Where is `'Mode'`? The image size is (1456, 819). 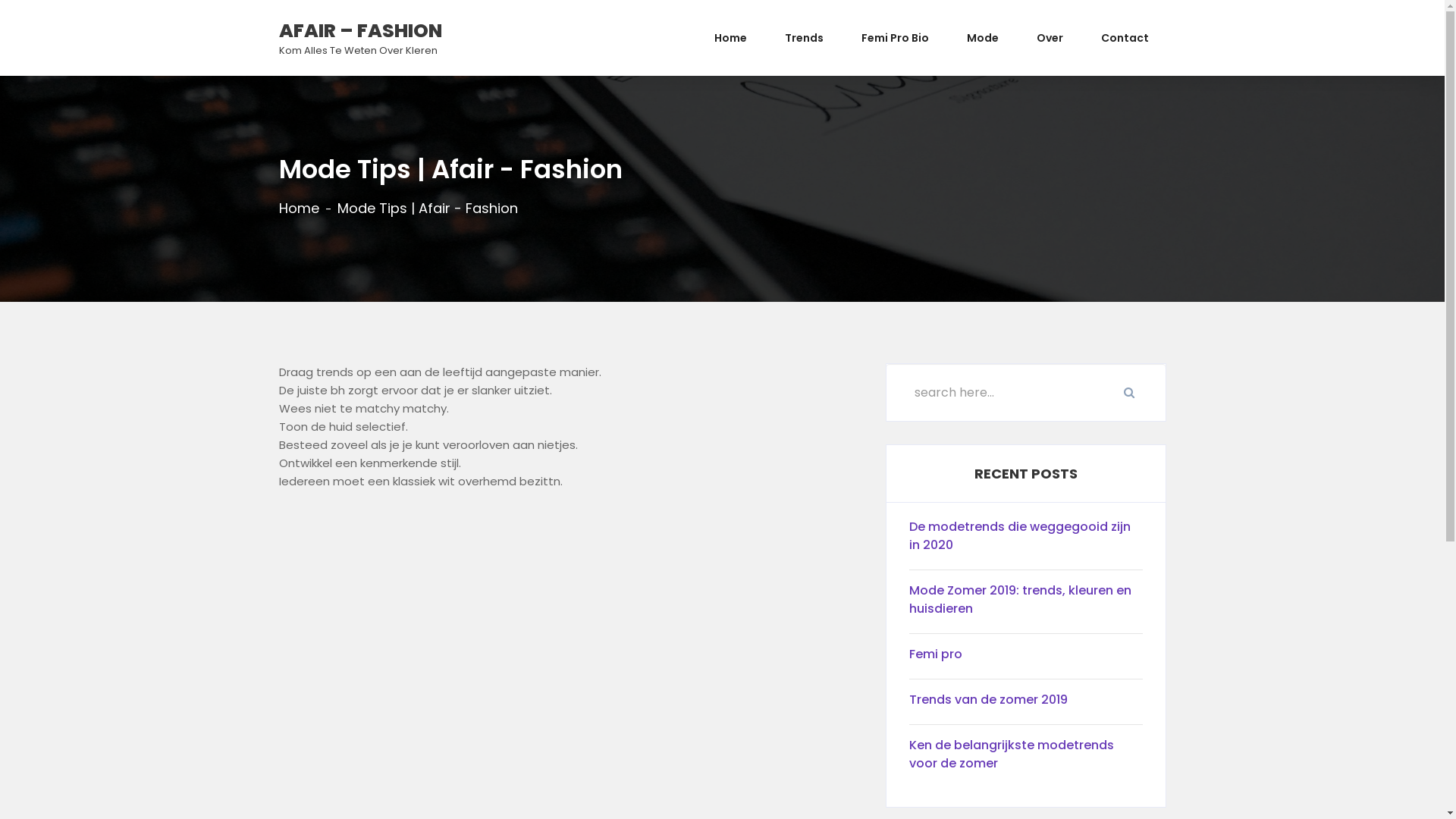 'Mode' is located at coordinates (946, 37).